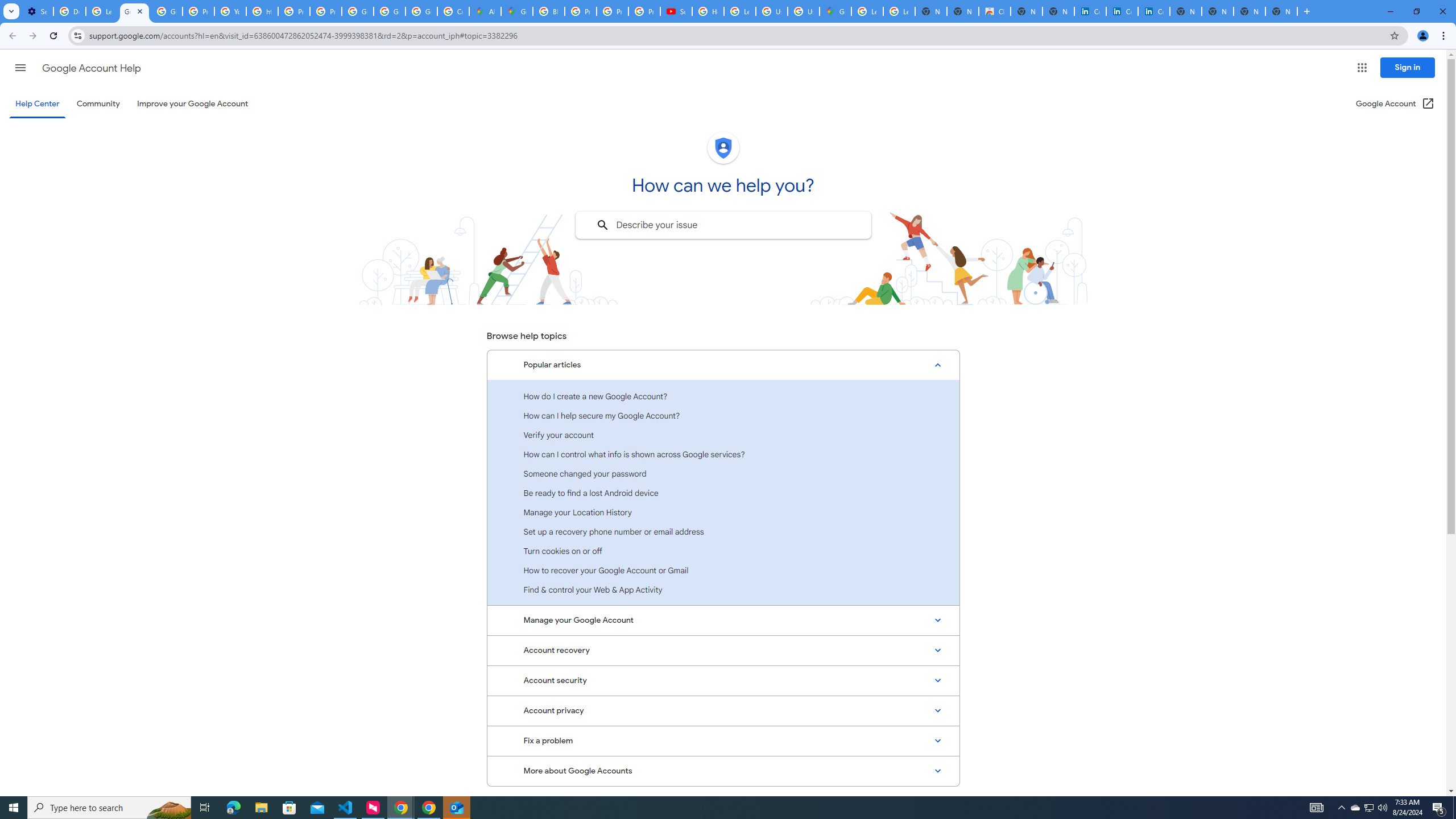 The image size is (1456, 819). I want to click on 'Main menu', so click(19, 67).